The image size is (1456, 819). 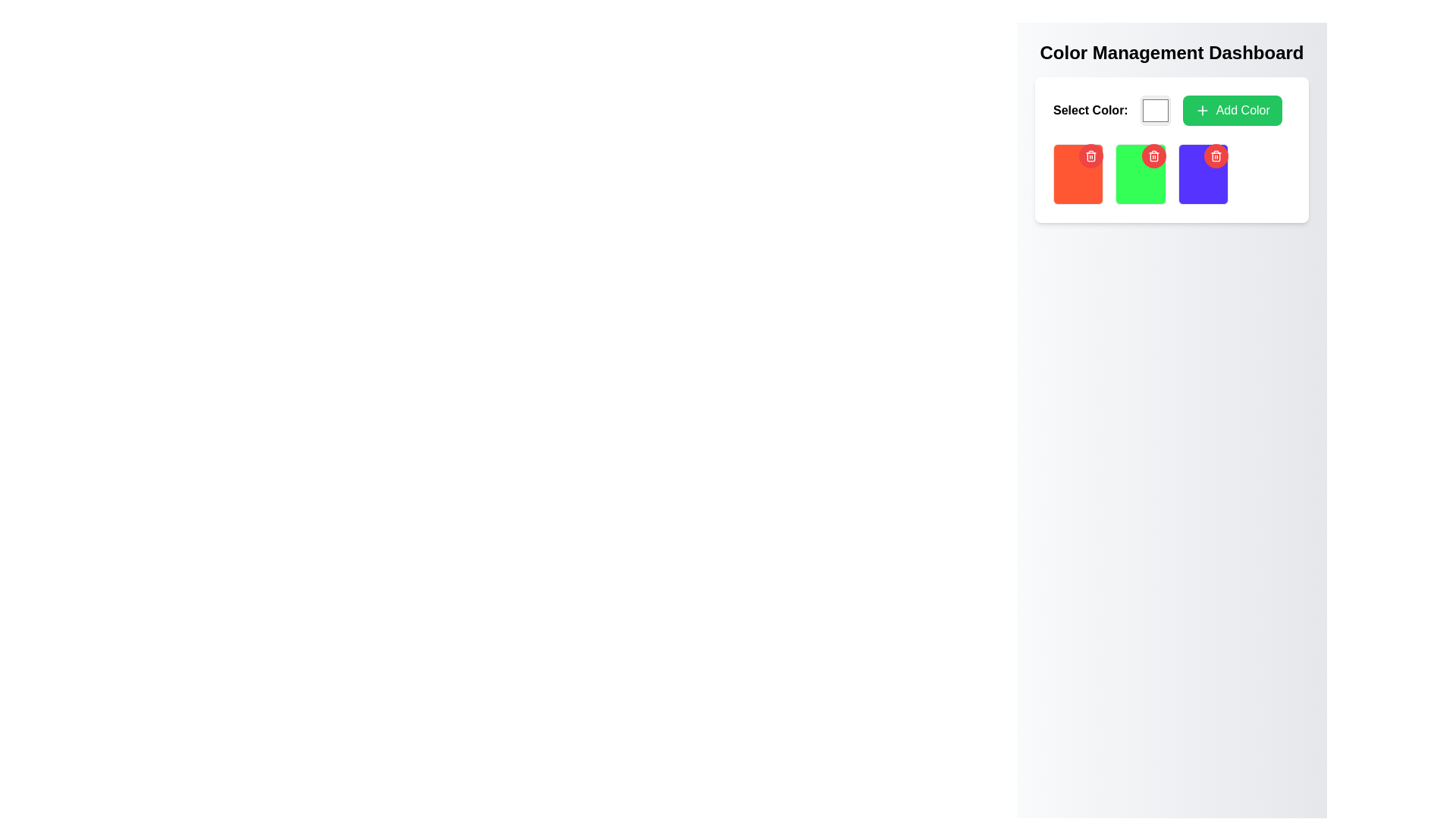 I want to click on the delete icon button, which is a small trash can icon outlined with a thin stroke on a red circular background, located in the top-right corner of the first color card, so click(x=1090, y=155).